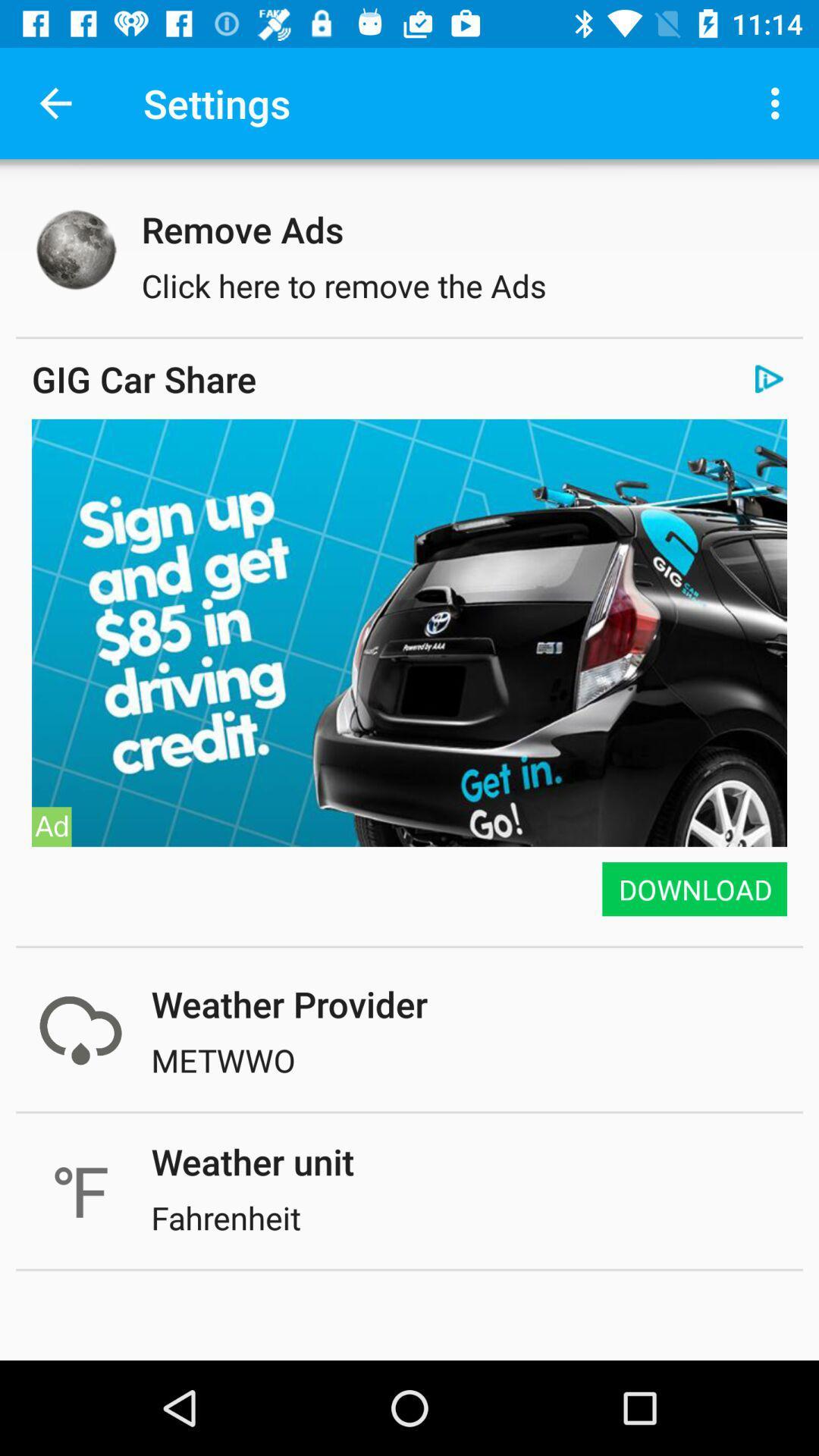 The image size is (819, 1456). Describe the element at coordinates (55, 102) in the screenshot. I see `icon to the left of settings` at that location.